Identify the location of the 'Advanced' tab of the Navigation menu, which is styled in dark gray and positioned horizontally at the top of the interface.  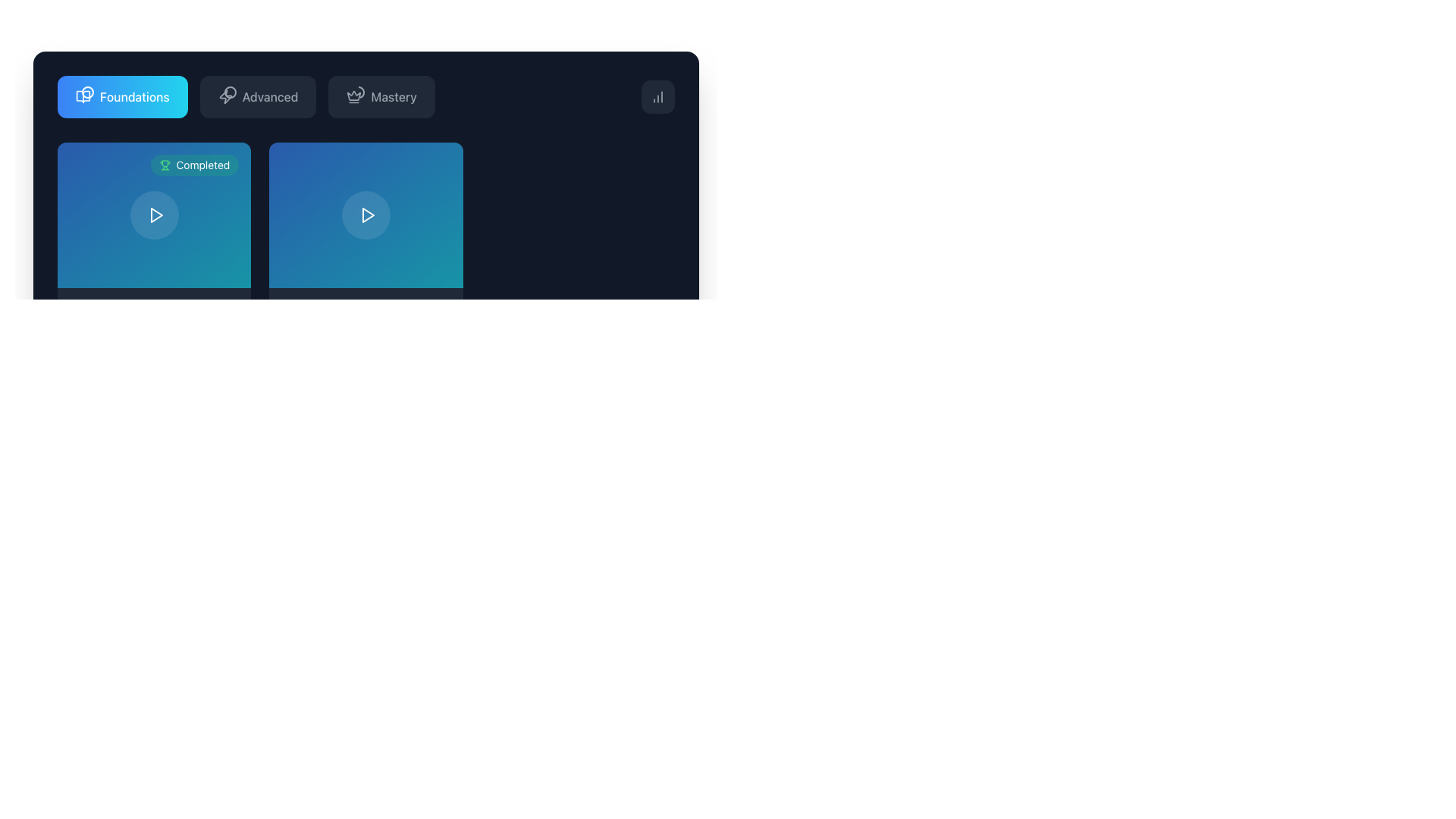
(246, 96).